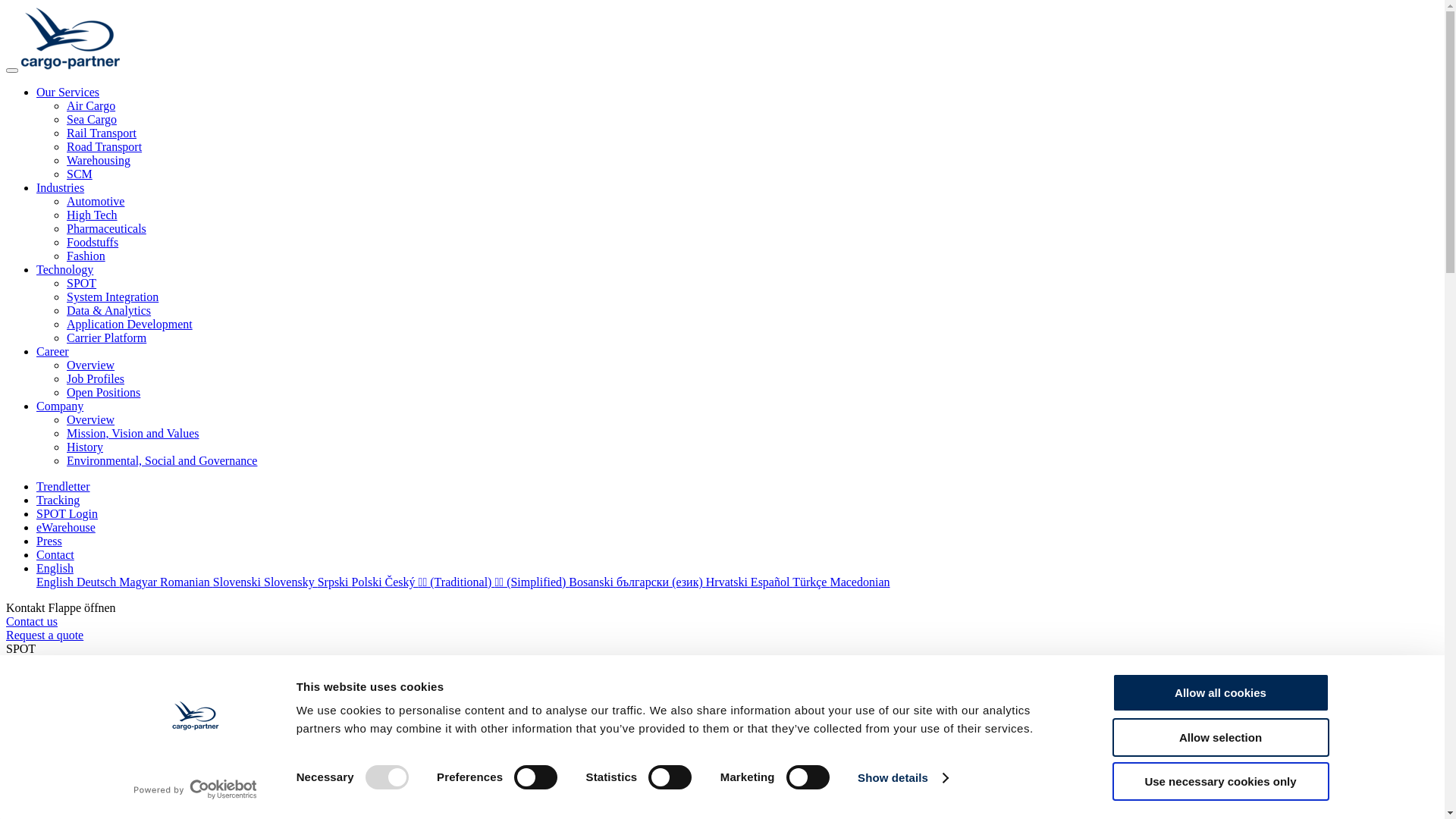 The image size is (1456, 819). Describe the element at coordinates (139, 581) in the screenshot. I see `'Magyar'` at that location.